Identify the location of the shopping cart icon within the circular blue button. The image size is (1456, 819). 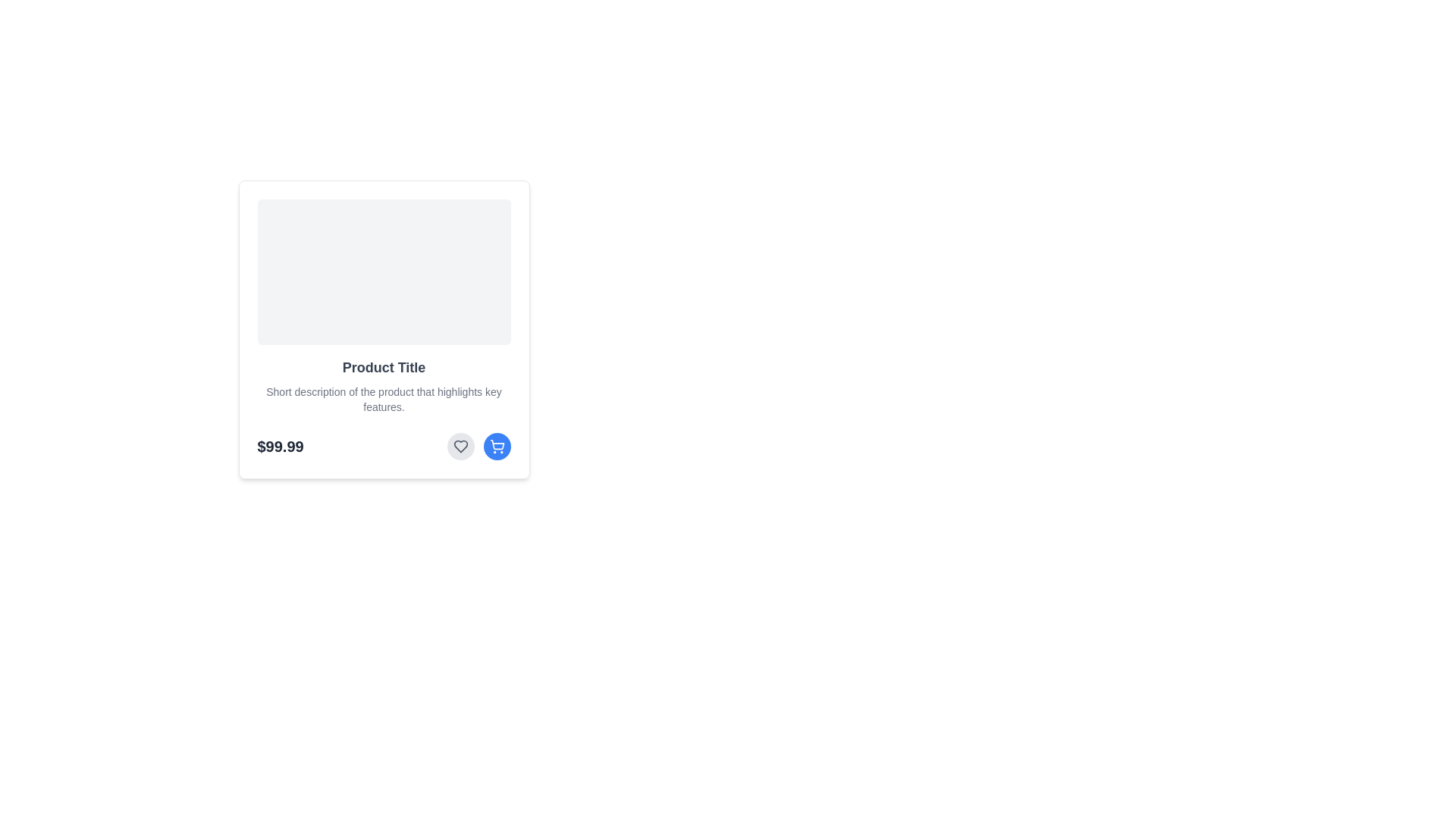
(497, 446).